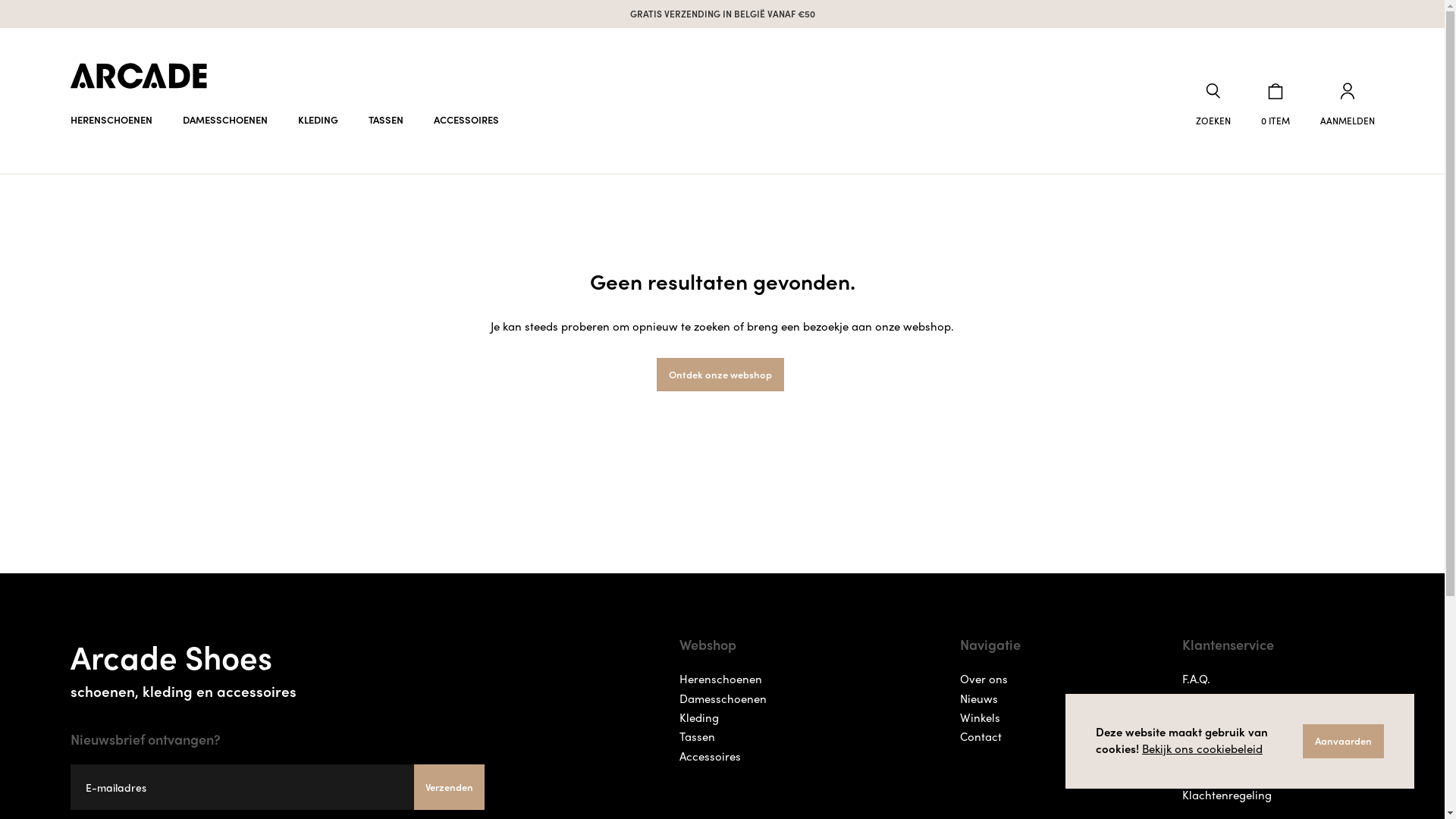  What do you see at coordinates (1274, 104) in the screenshot?
I see `'0 ITEM'` at bounding box center [1274, 104].